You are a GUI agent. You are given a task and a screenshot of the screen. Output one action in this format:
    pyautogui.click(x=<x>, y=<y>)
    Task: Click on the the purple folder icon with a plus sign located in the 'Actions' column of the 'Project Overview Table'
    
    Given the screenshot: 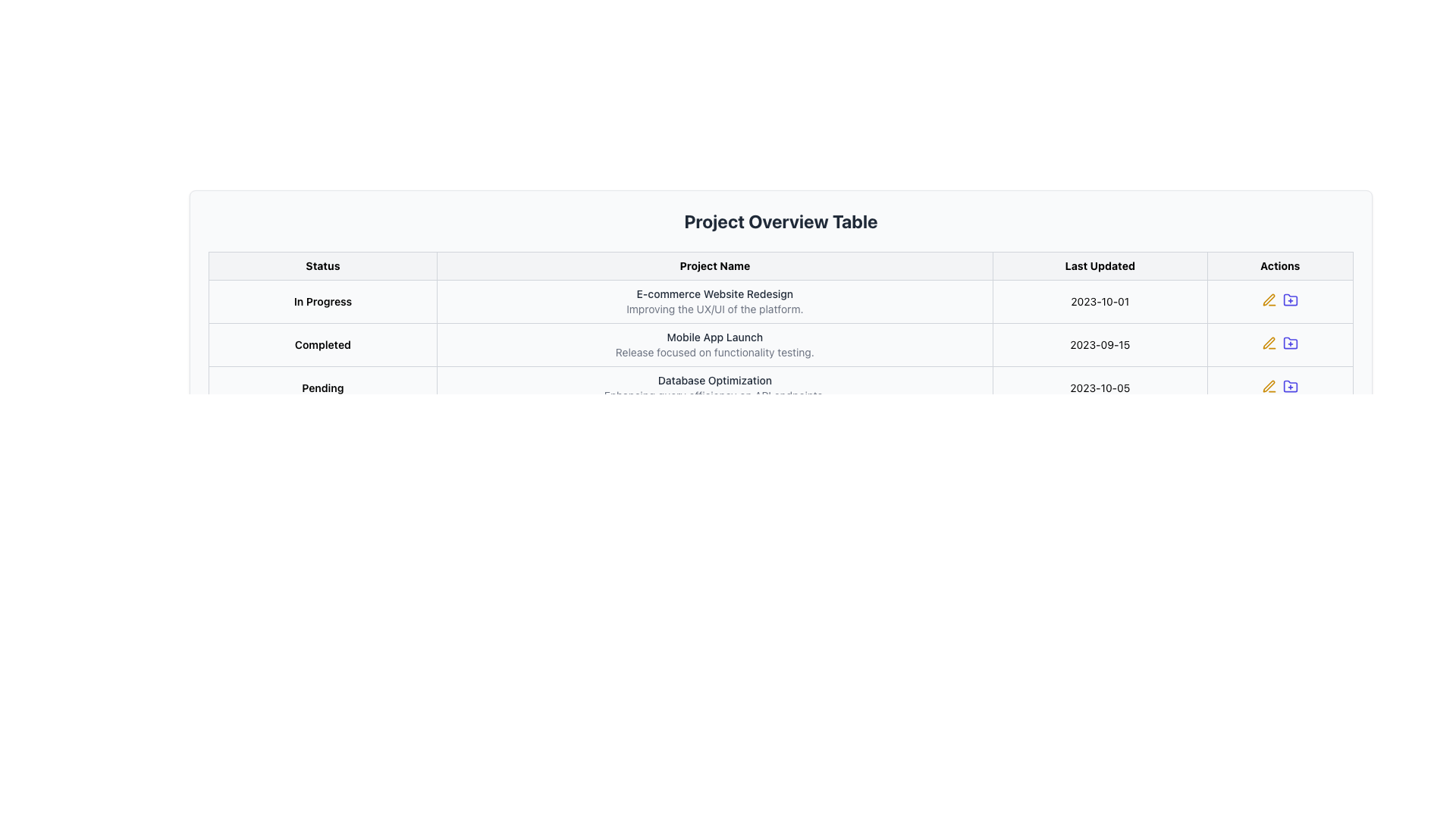 What is the action you would take?
    pyautogui.click(x=1290, y=300)
    